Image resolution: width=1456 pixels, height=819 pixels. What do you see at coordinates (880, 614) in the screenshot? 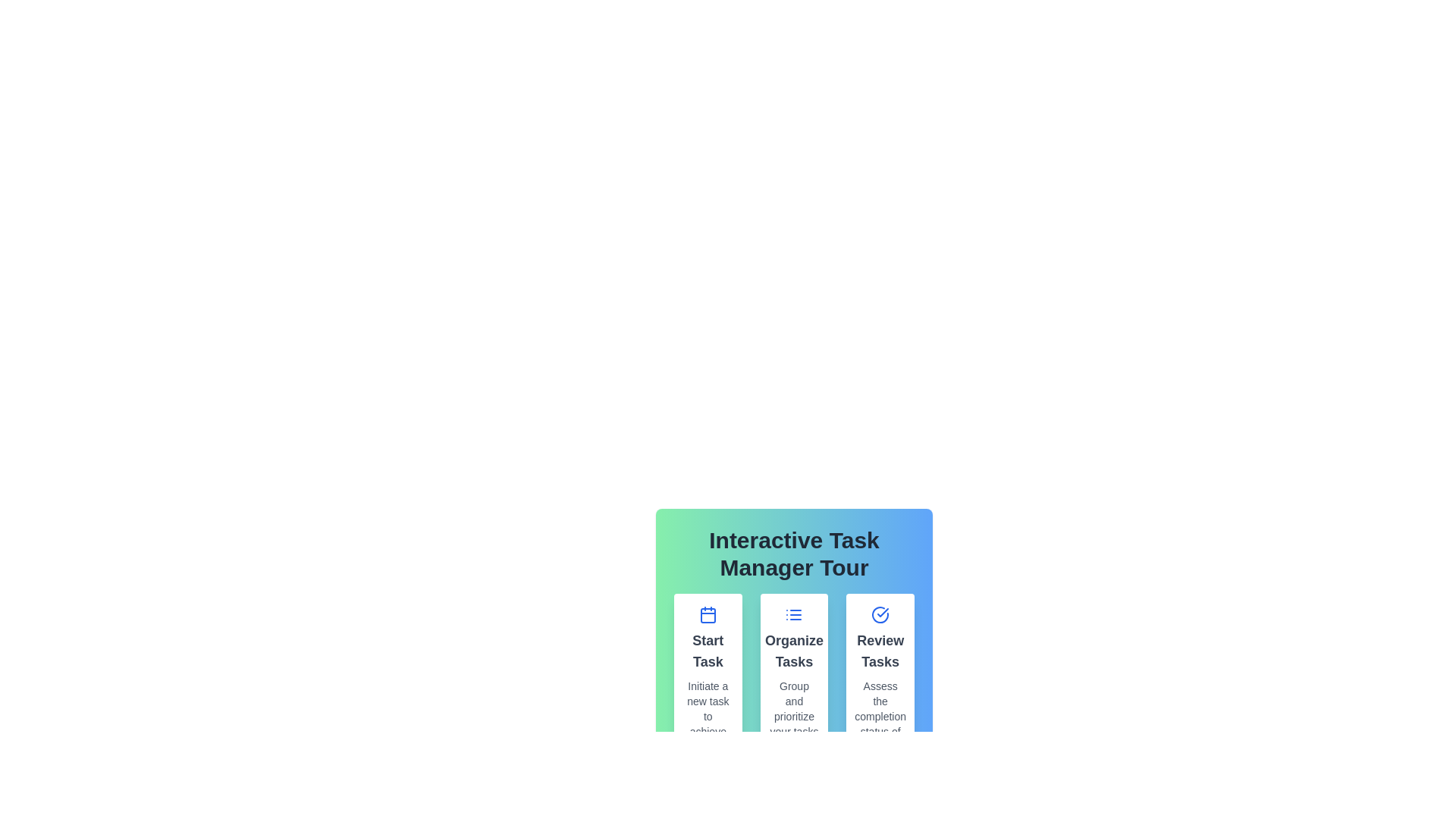
I see `the blue circular checkmark icon outlined at the top of the 'Review Tasks' card in the third column layout` at bounding box center [880, 614].